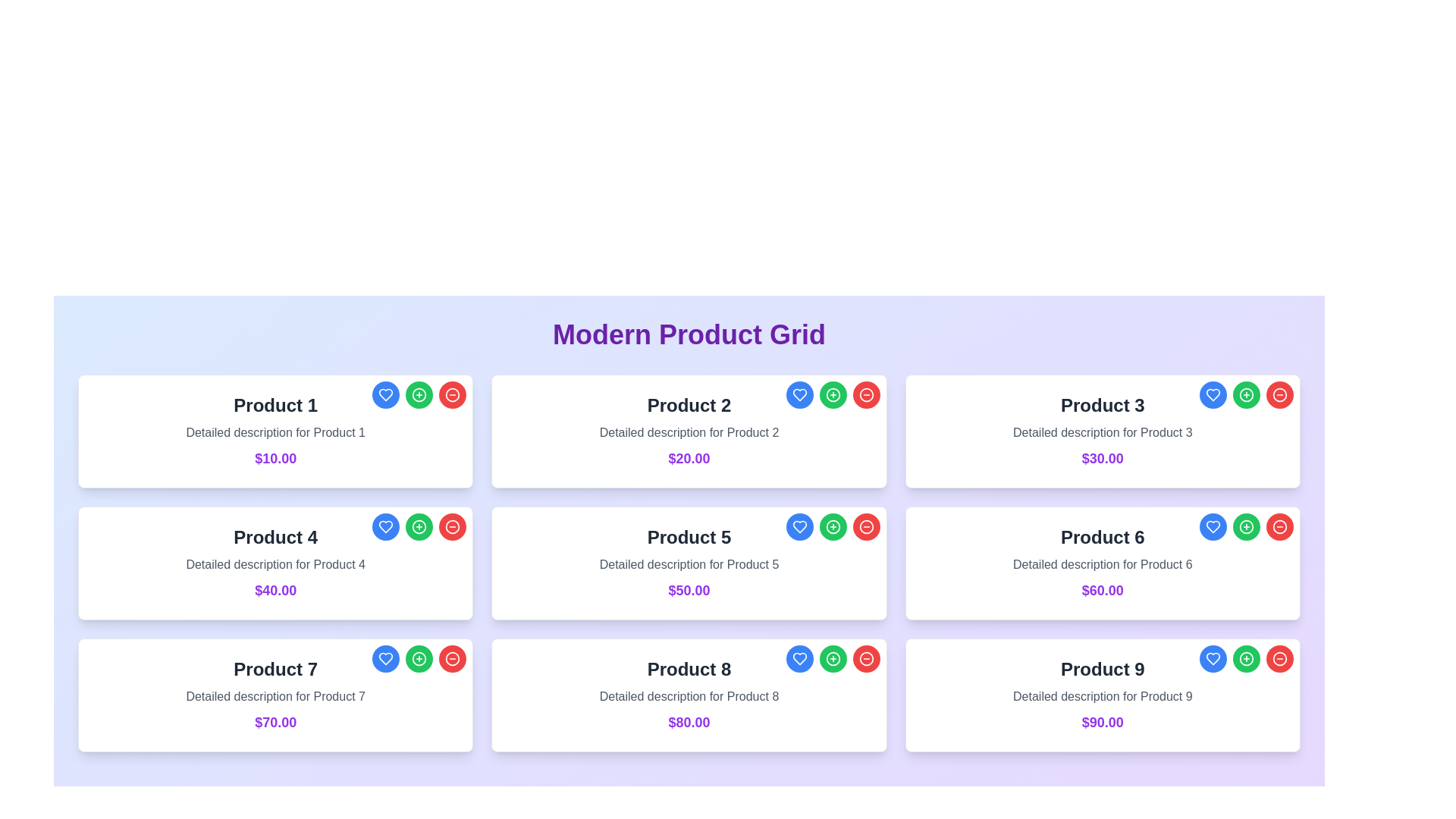 This screenshot has width=1456, height=819. I want to click on the circular button in the 'Product 9' card, which is the middle icon among three control icons (heart, plus, cross), so click(1246, 657).